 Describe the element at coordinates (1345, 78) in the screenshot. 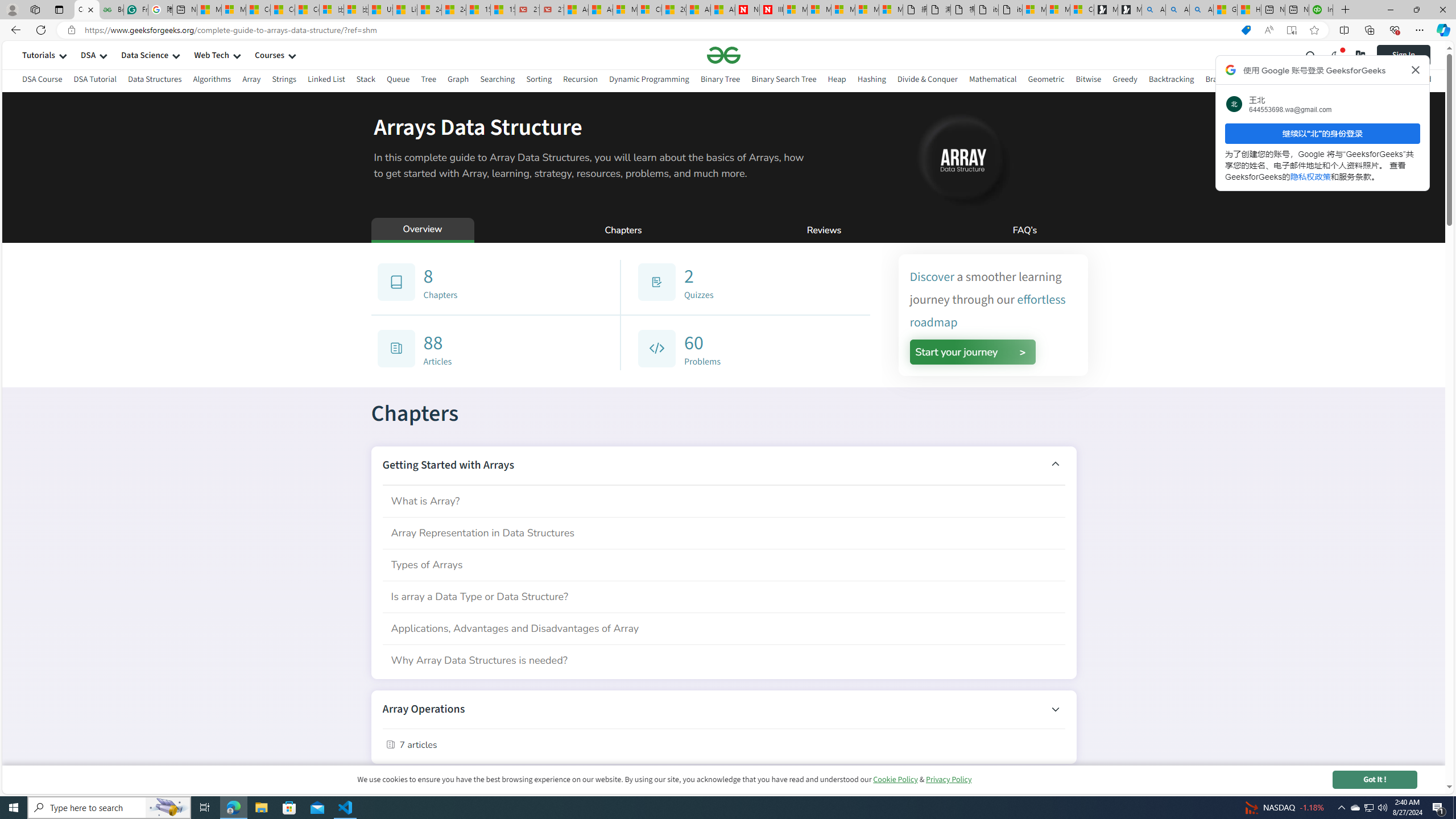

I see `'Pattern Searching'` at that location.